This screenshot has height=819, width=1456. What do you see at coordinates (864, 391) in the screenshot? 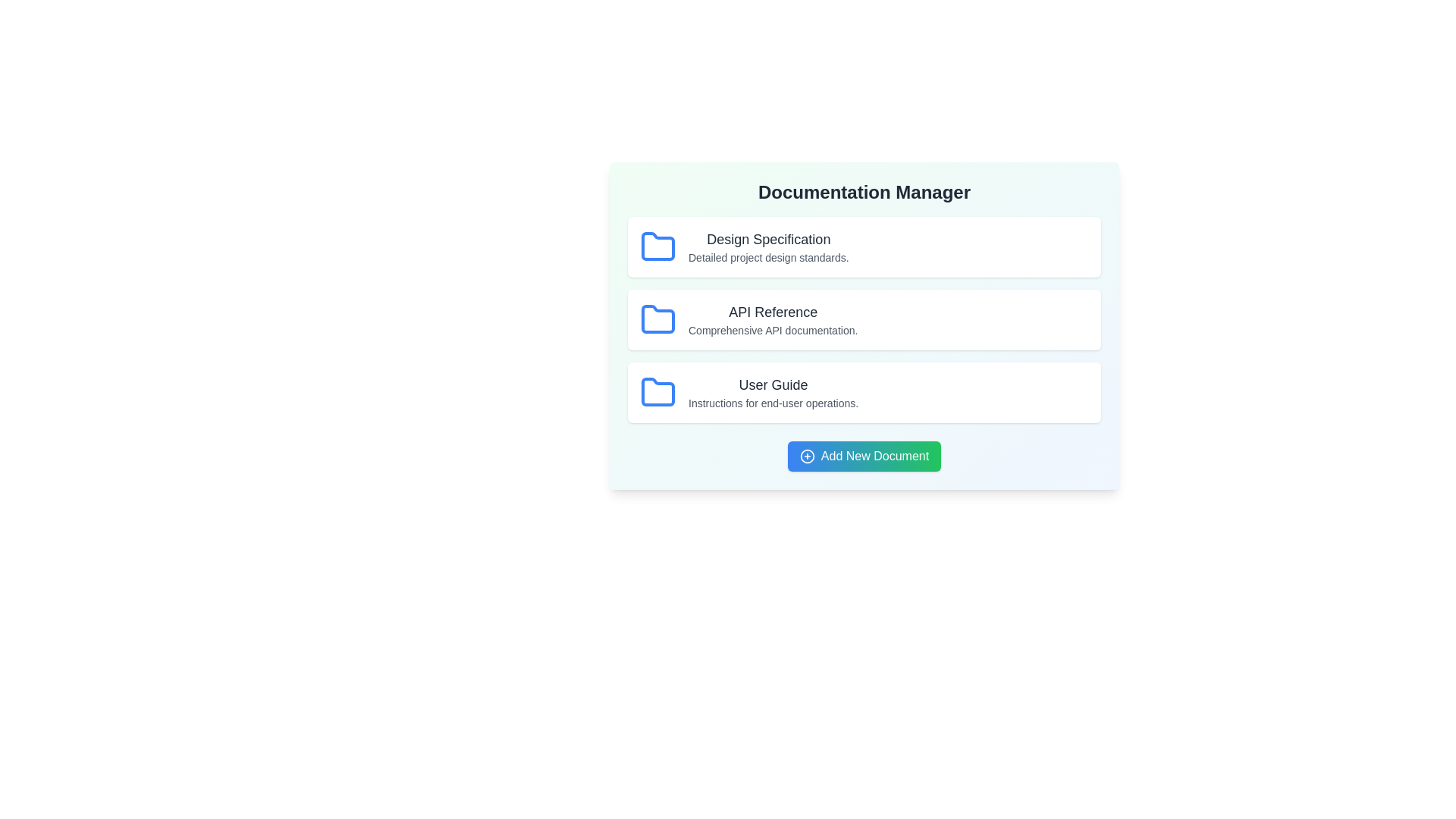
I see `the document item titled User Guide` at bounding box center [864, 391].